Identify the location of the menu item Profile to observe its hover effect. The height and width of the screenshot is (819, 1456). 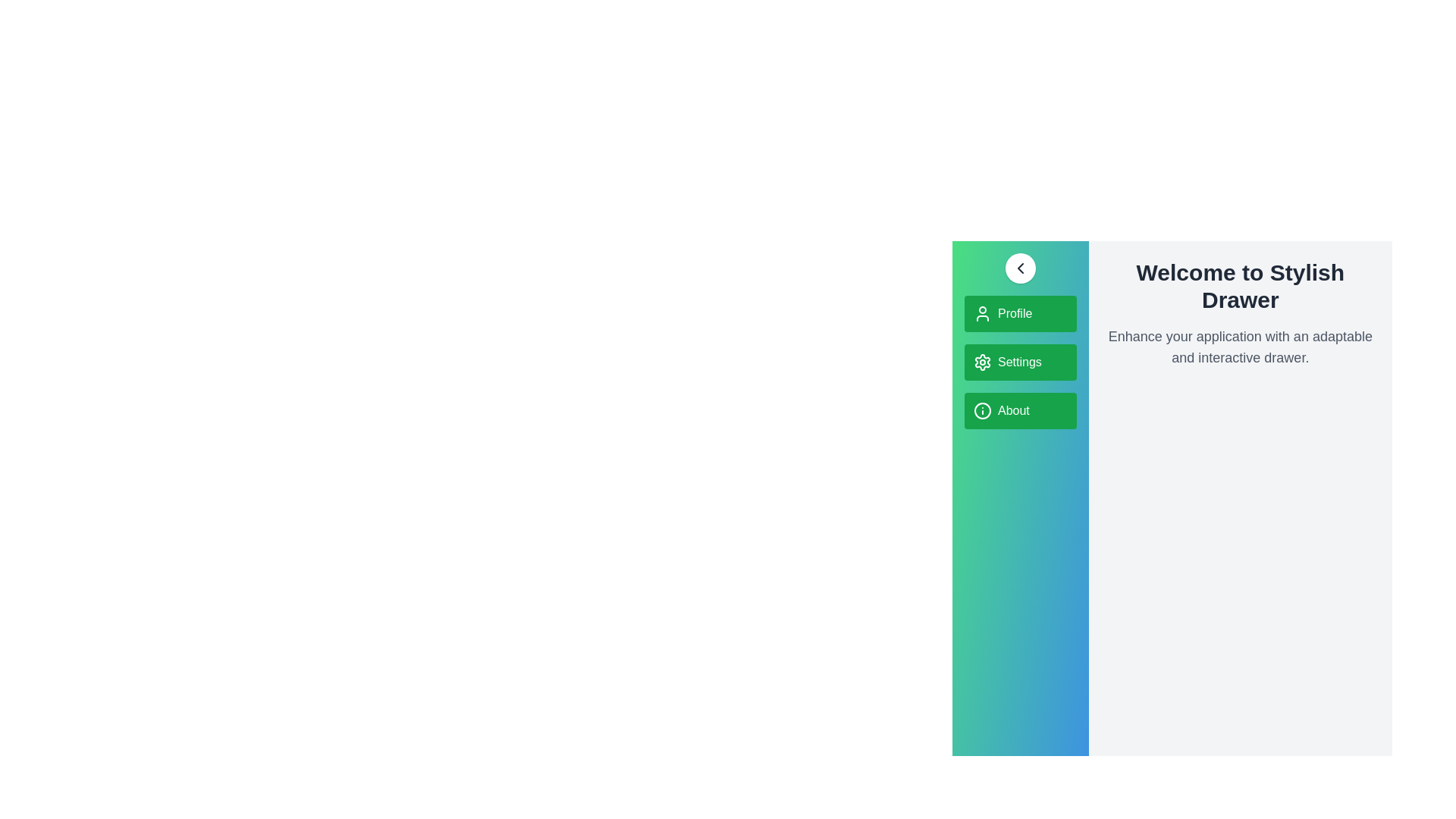
(1020, 312).